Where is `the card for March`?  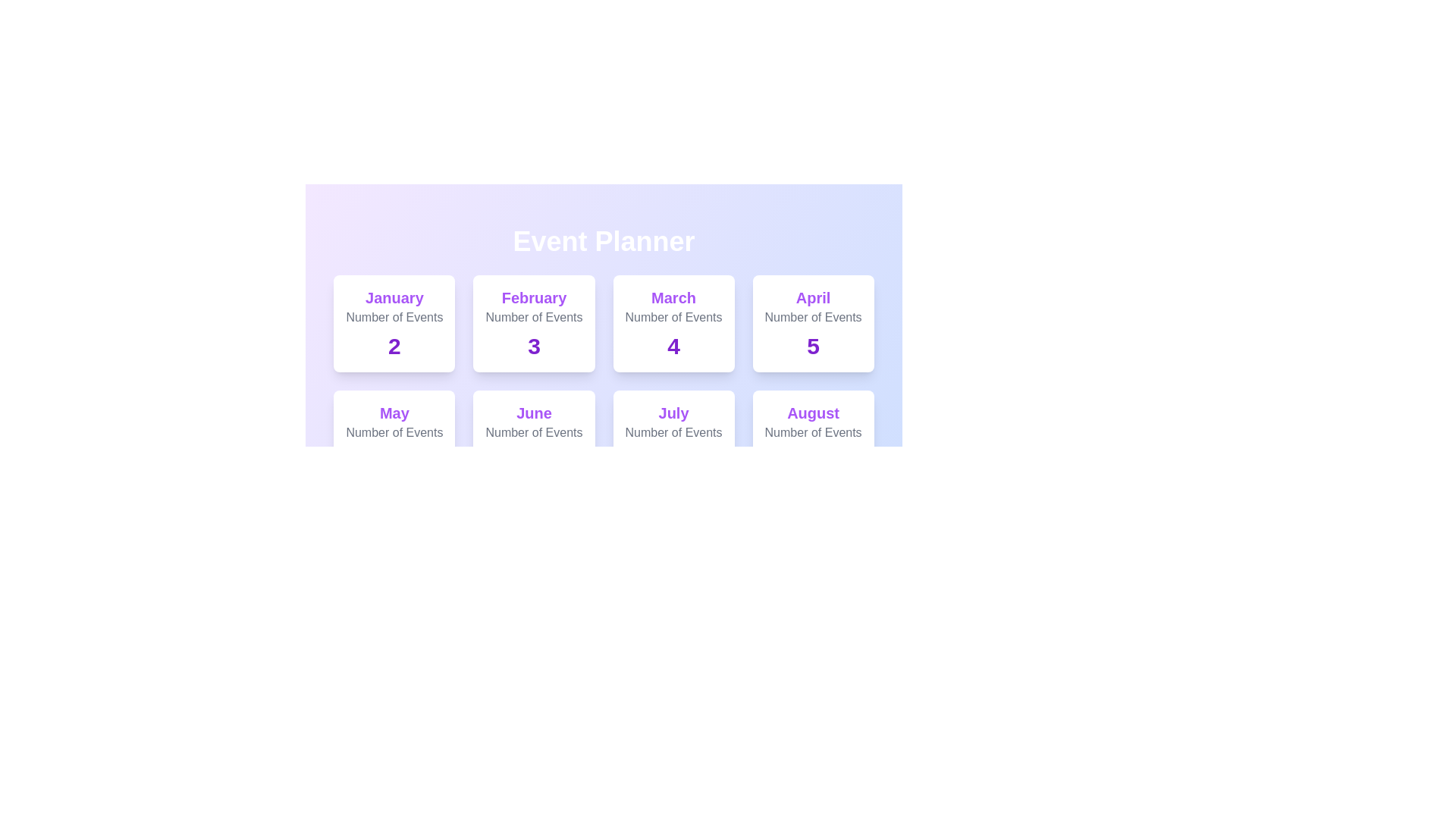 the card for March is located at coordinates (673, 323).